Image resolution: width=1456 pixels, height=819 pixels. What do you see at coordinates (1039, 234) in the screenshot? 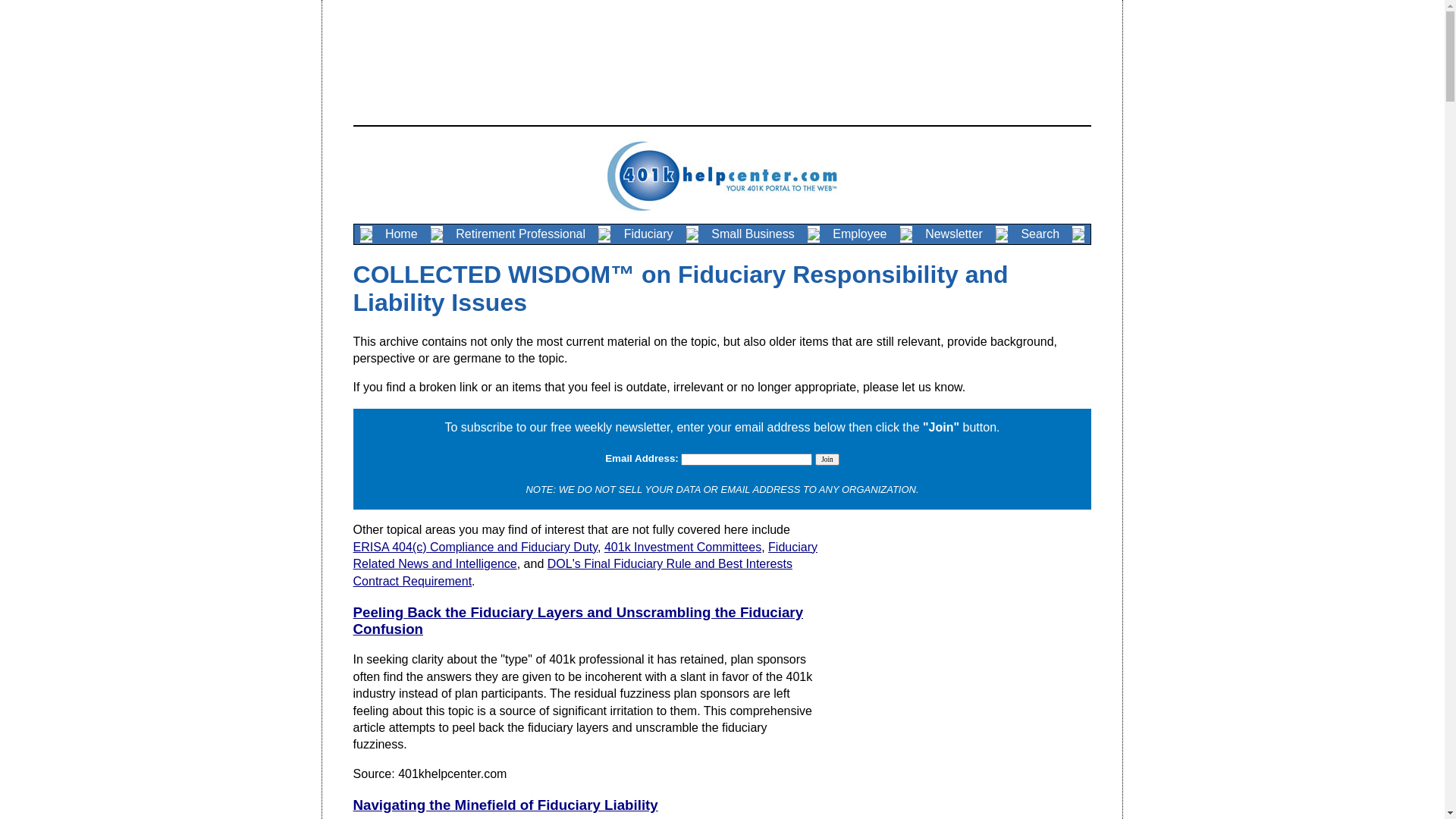
I see `'   Search   '` at bounding box center [1039, 234].